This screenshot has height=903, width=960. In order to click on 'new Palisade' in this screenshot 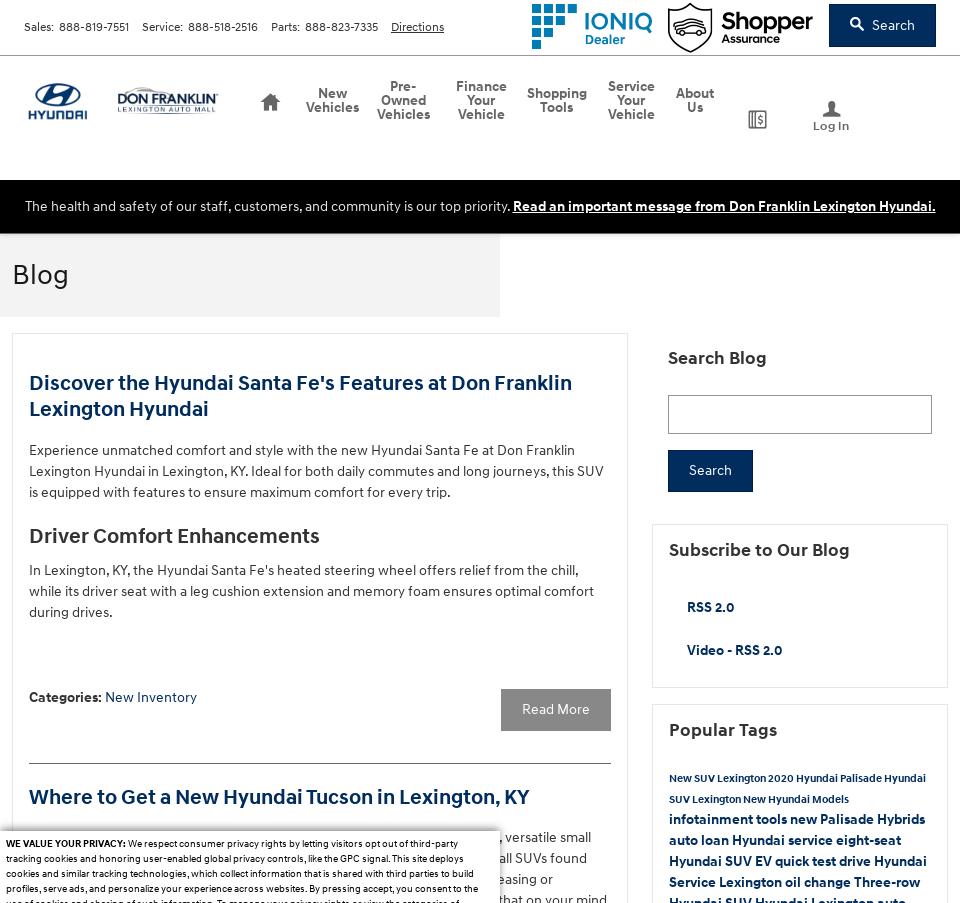, I will do `click(833, 817)`.